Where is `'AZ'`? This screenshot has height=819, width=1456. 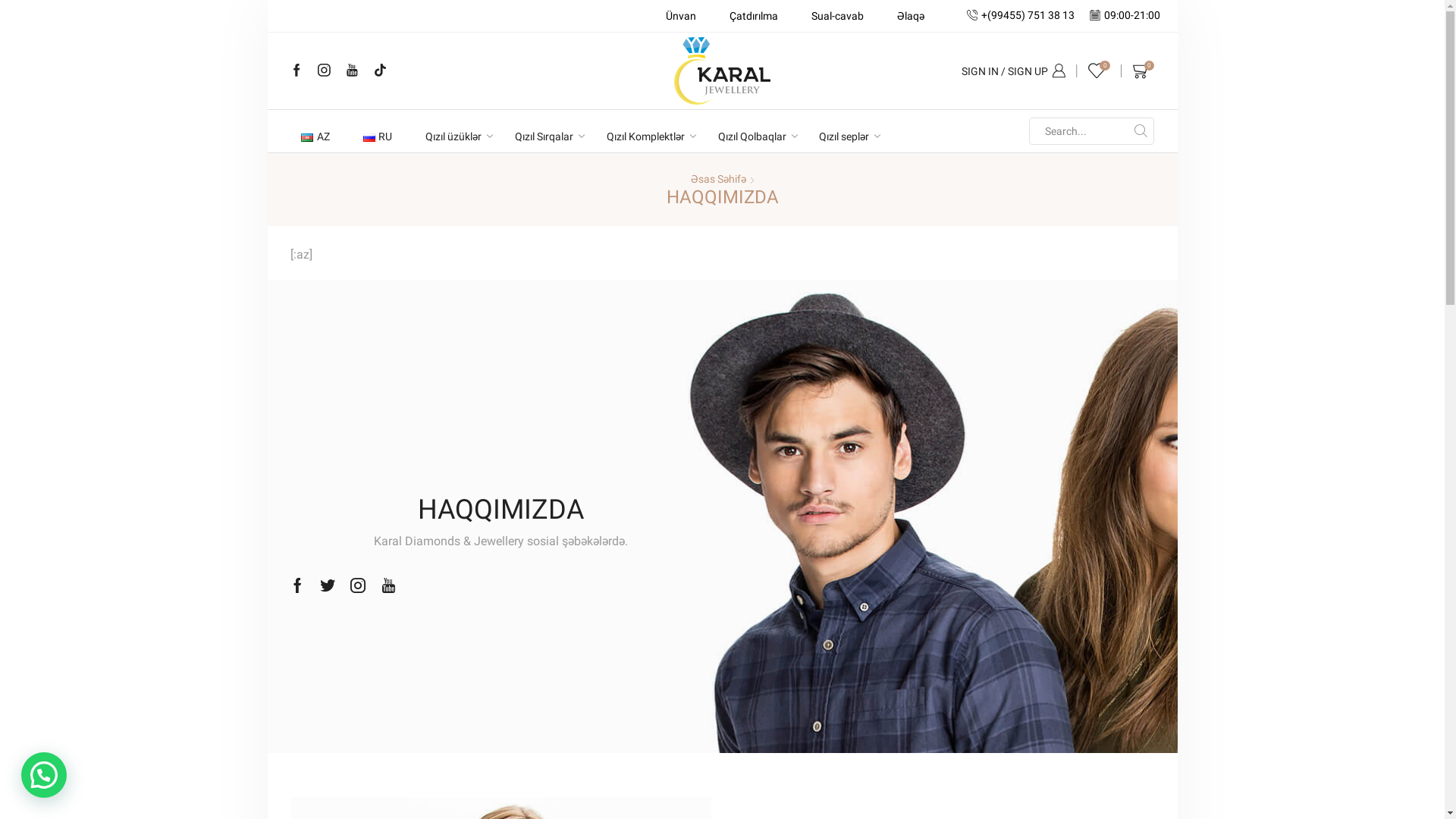 'AZ' is located at coordinates (314, 137).